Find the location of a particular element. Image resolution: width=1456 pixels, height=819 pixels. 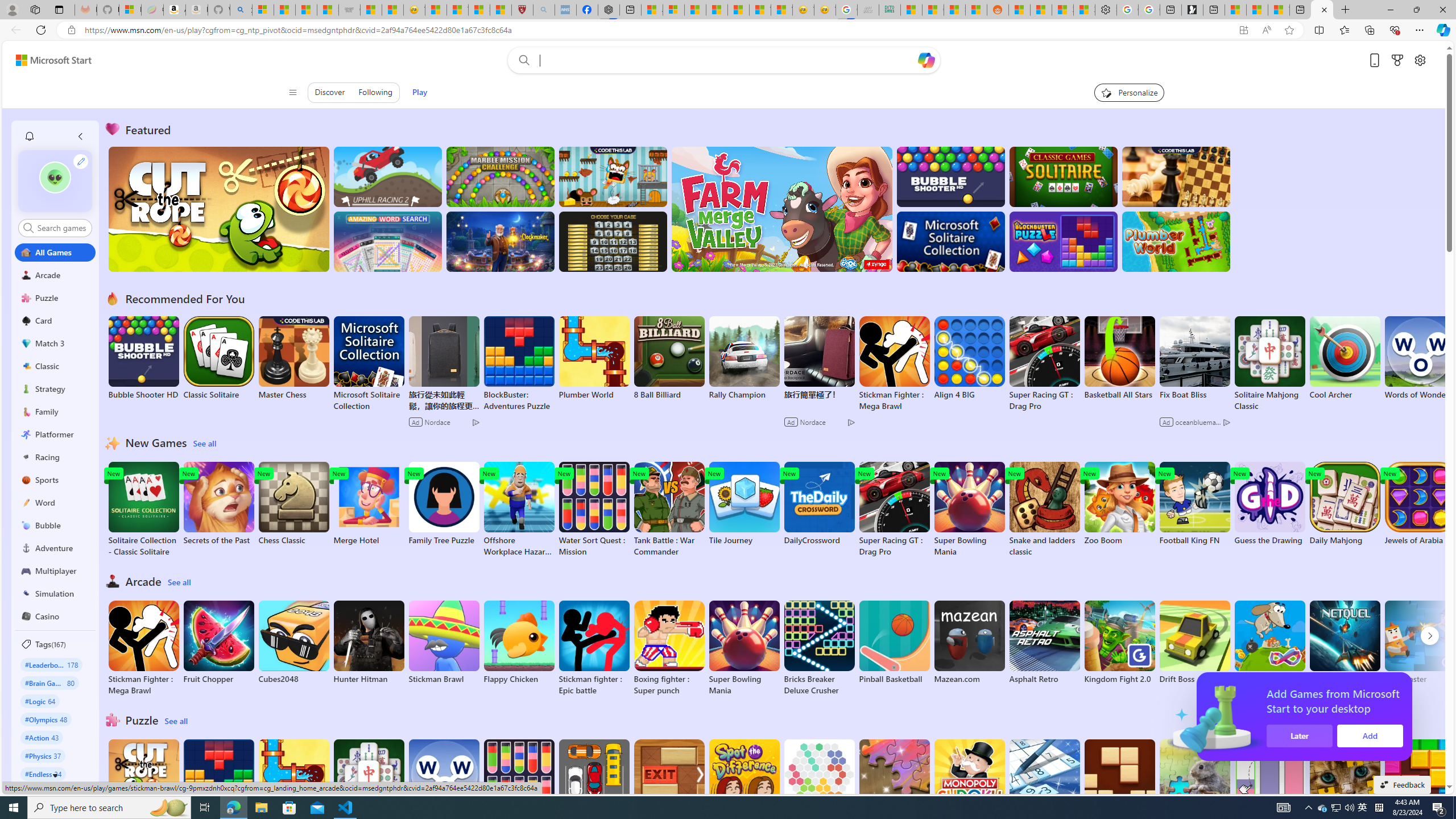

'Marble Mission : Challenge' is located at coordinates (500, 176).